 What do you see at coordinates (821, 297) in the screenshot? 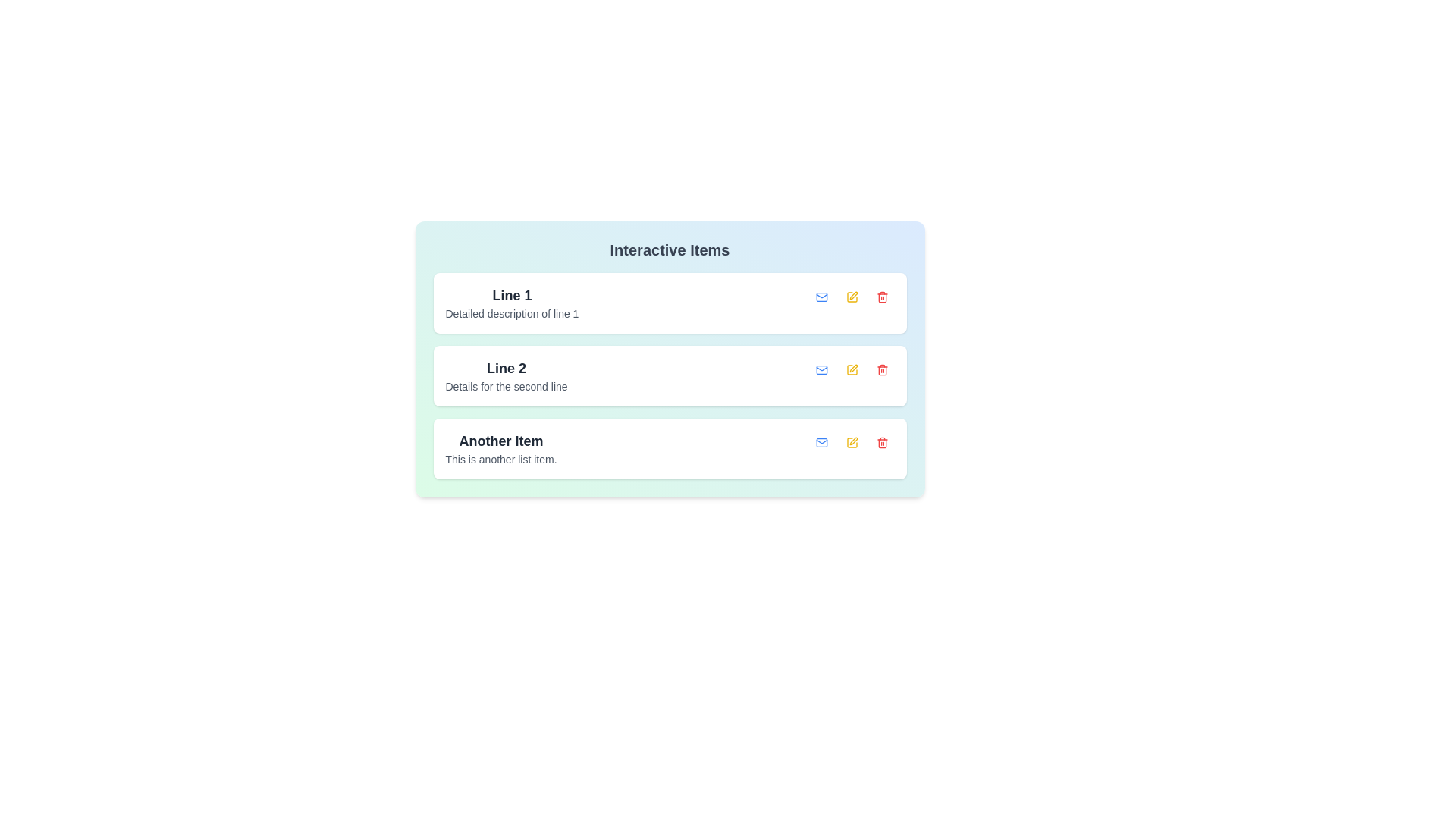
I see `the button with blue hover effect` at bounding box center [821, 297].